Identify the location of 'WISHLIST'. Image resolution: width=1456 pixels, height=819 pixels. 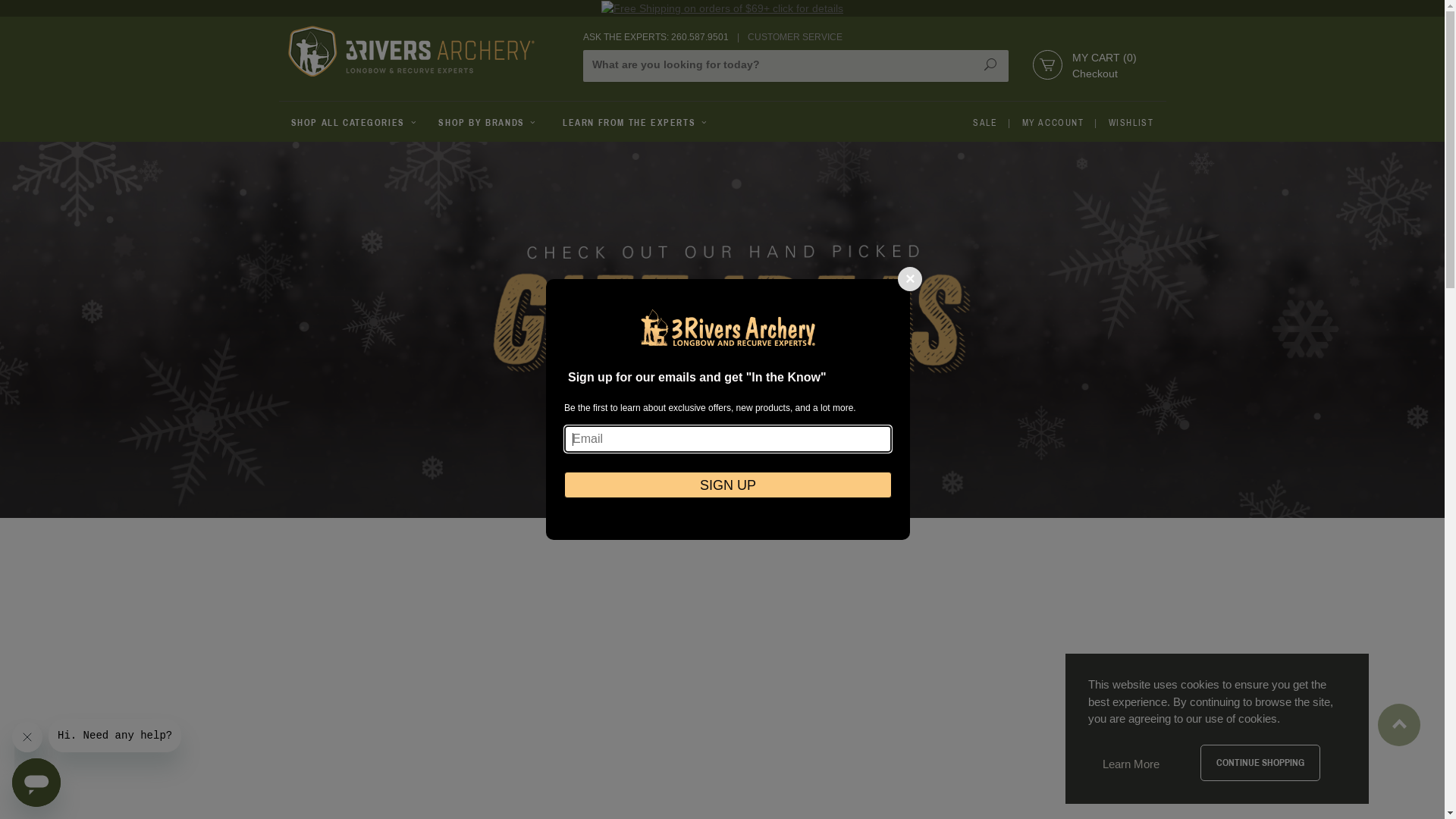
(1096, 122).